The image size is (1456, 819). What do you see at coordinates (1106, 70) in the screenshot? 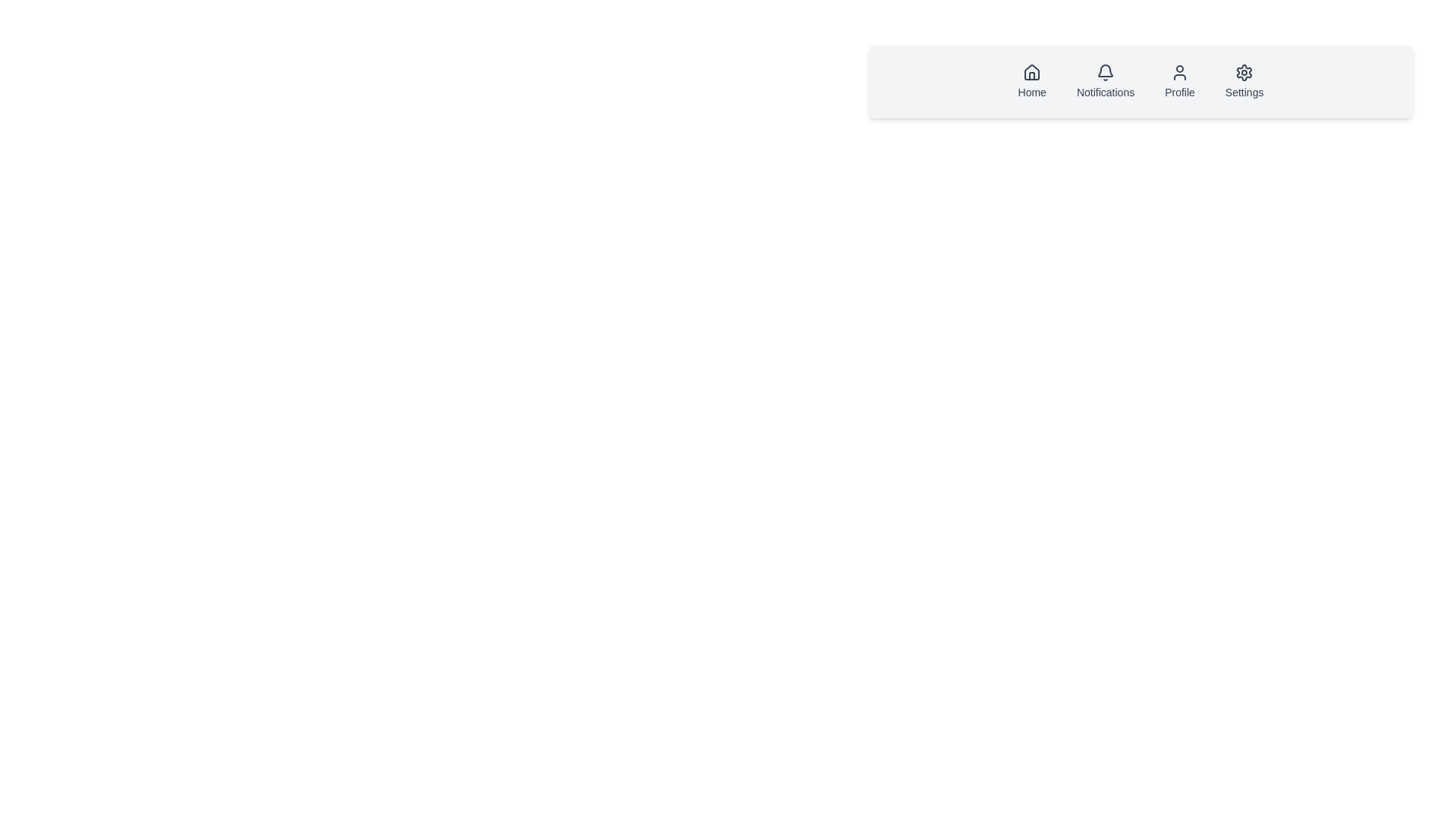
I see `the notification icon in the top navigation bar` at bounding box center [1106, 70].